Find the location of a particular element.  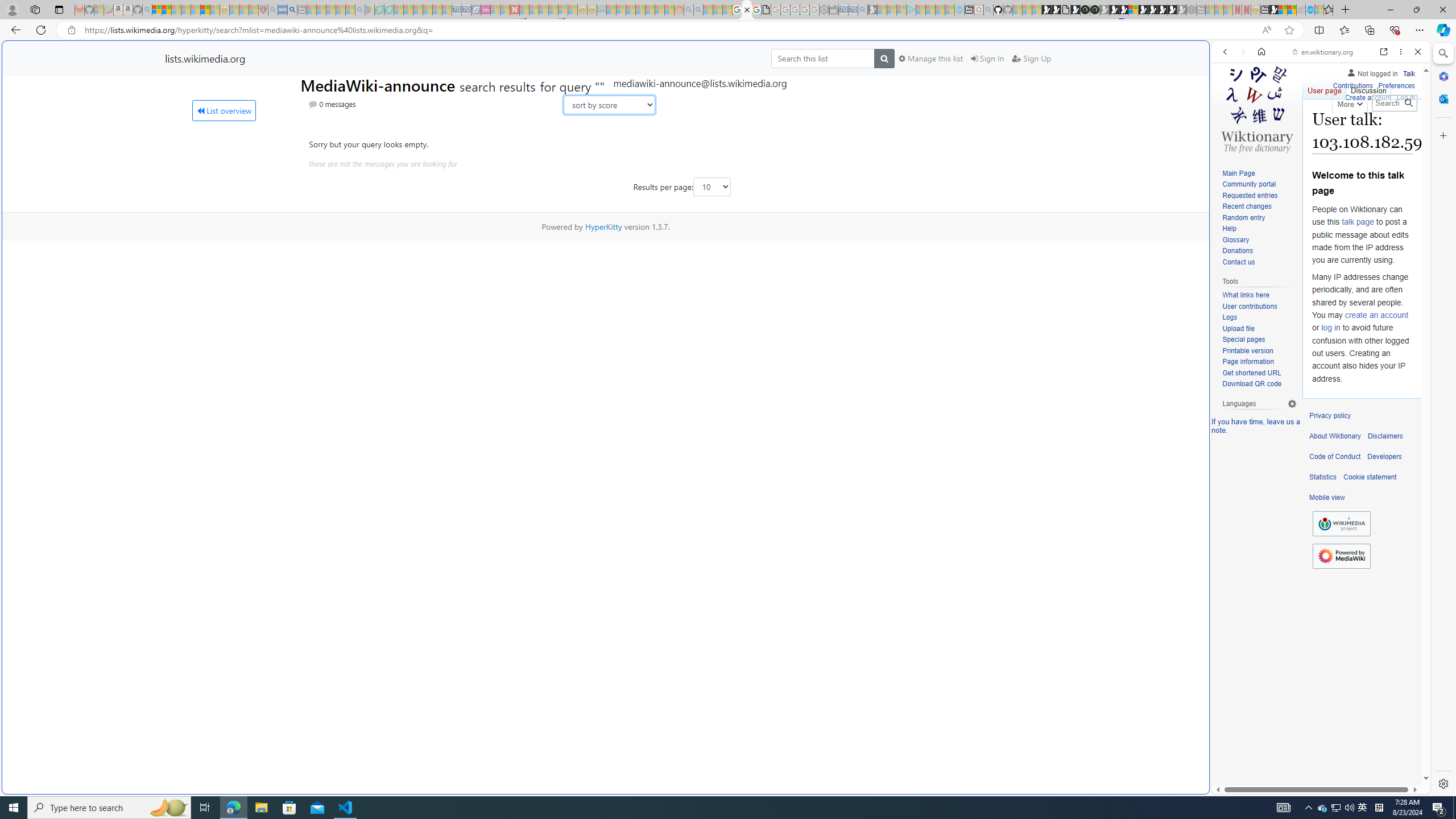

'Donations' is located at coordinates (1259, 251).